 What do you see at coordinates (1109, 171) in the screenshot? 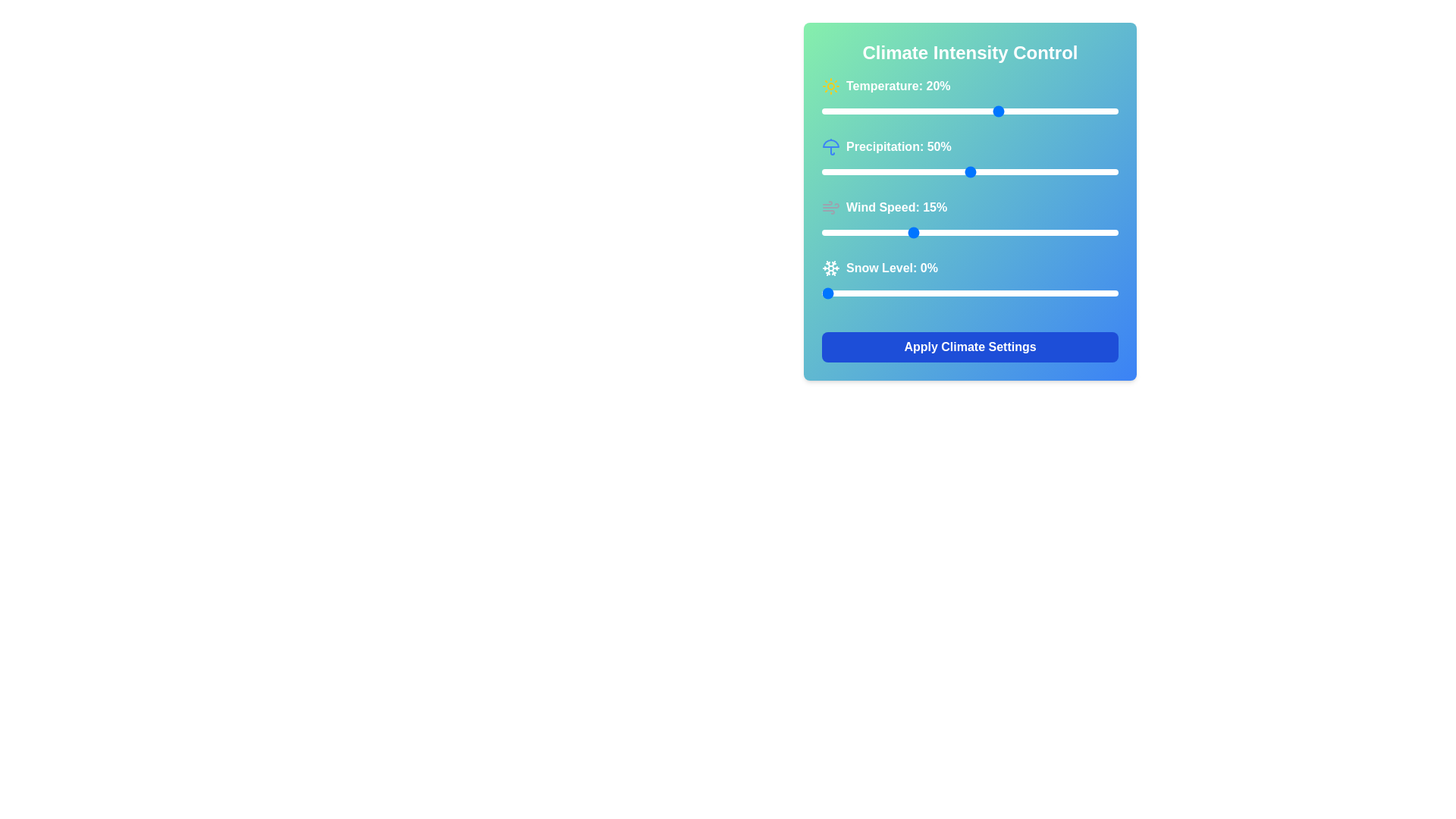
I see `Precipitation` at bounding box center [1109, 171].